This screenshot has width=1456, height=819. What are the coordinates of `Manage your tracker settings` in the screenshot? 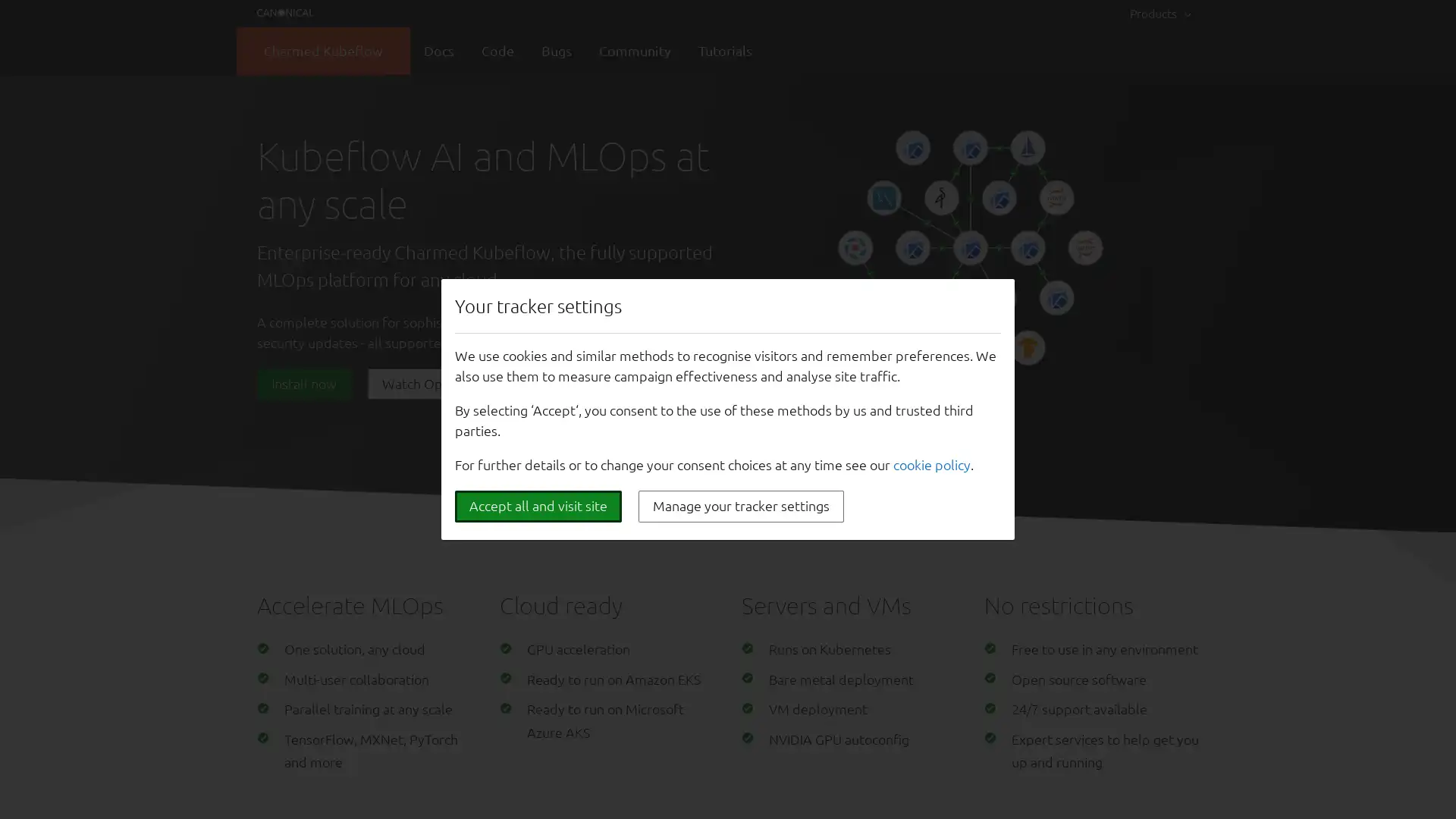 It's located at (741, 506).